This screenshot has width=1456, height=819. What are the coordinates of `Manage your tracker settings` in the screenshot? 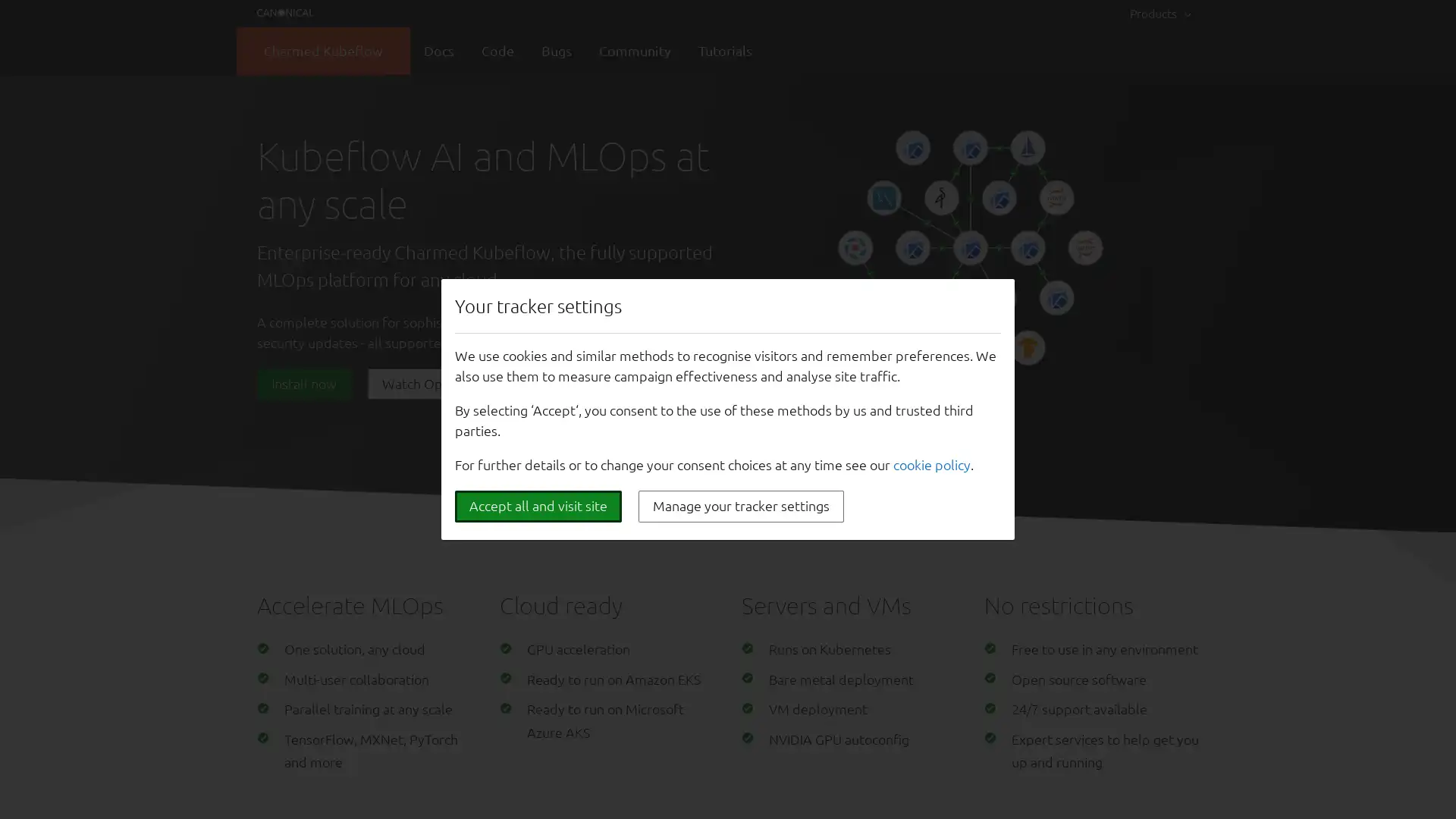 It's located at (741, 506).